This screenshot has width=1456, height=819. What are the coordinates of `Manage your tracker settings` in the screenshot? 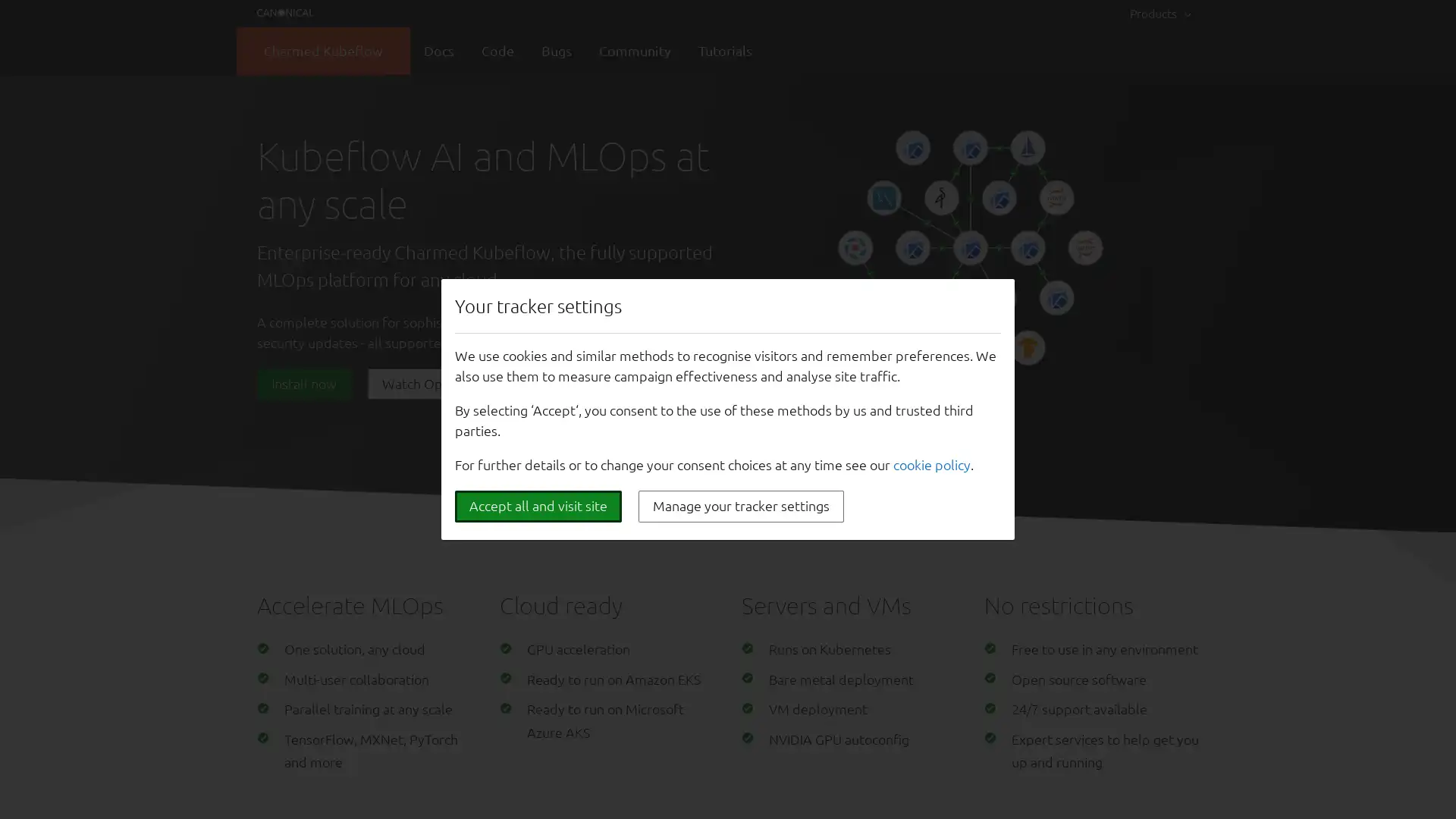 It's located at (741, 506).